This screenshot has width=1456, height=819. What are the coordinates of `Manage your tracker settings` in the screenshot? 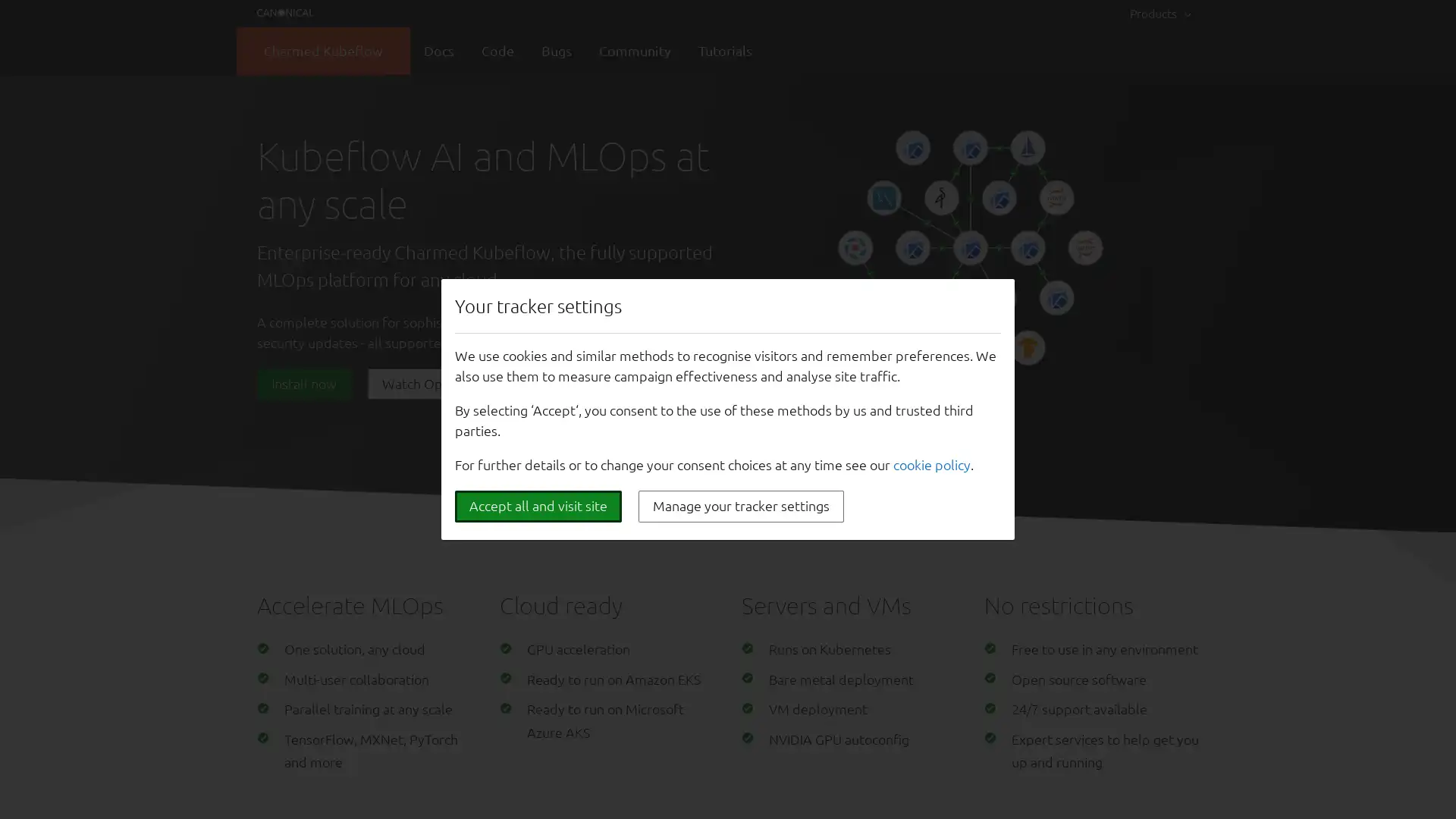 It's located at (741, 506).